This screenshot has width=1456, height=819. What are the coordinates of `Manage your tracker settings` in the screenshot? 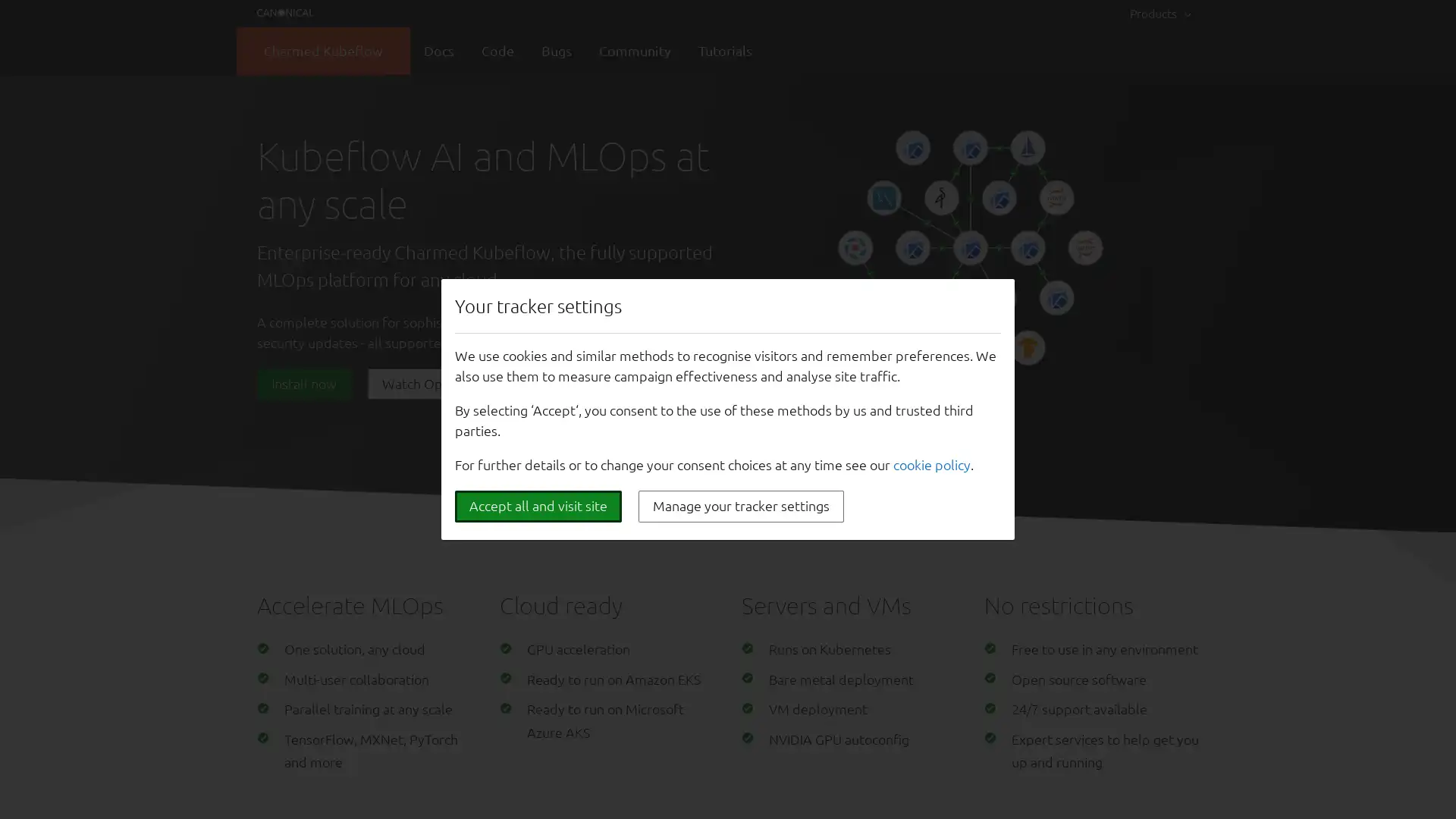 It's located at (741, 506).